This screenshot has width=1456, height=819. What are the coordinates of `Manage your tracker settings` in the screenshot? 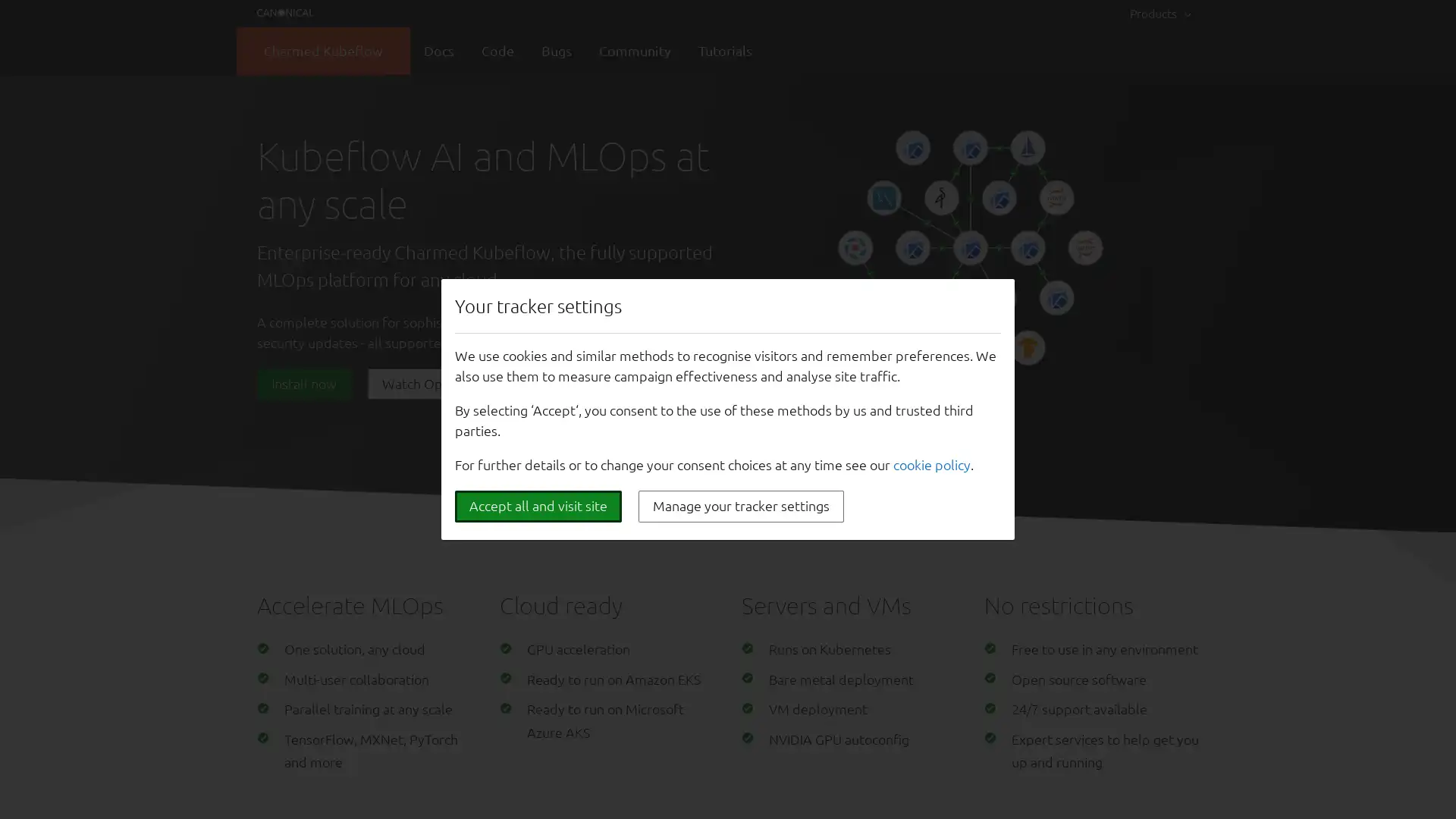 It's located at (741, 506).